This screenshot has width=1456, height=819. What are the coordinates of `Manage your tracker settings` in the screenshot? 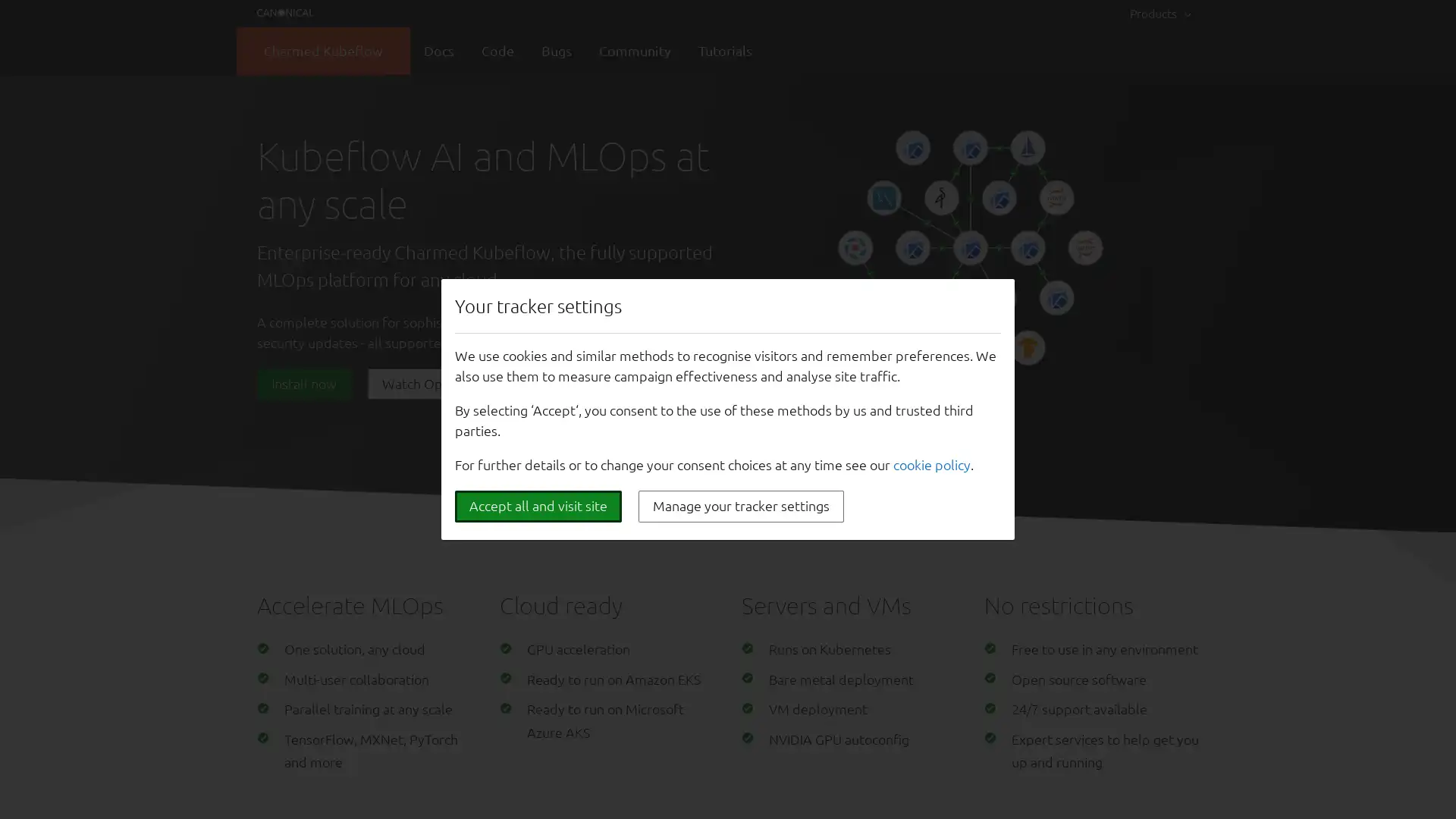 It's located at (741, 506).